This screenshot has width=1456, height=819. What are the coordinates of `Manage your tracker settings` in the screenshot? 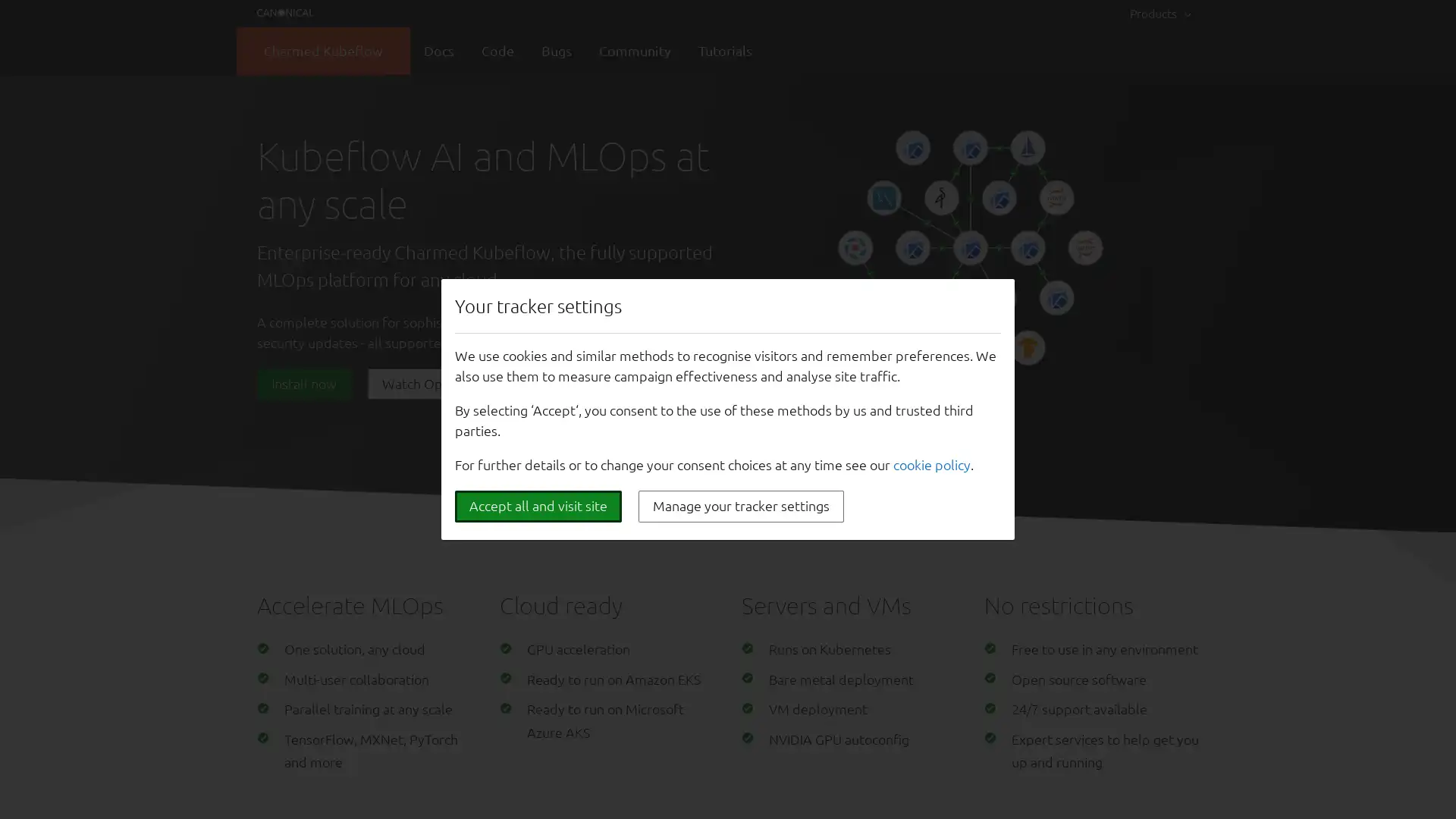 It's located at (741, 506).